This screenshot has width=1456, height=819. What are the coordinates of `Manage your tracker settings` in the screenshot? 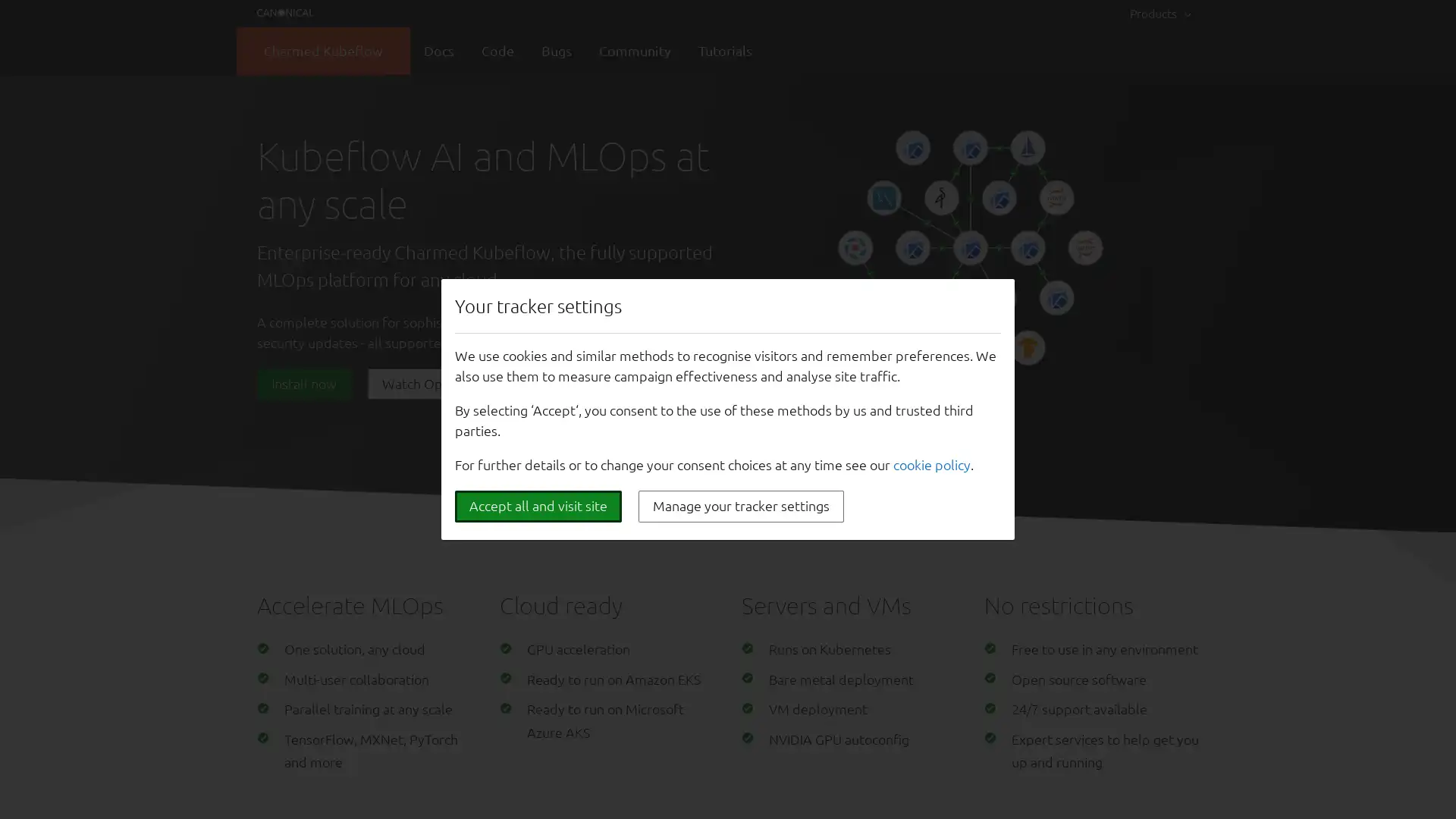 It's located at (741, 506).